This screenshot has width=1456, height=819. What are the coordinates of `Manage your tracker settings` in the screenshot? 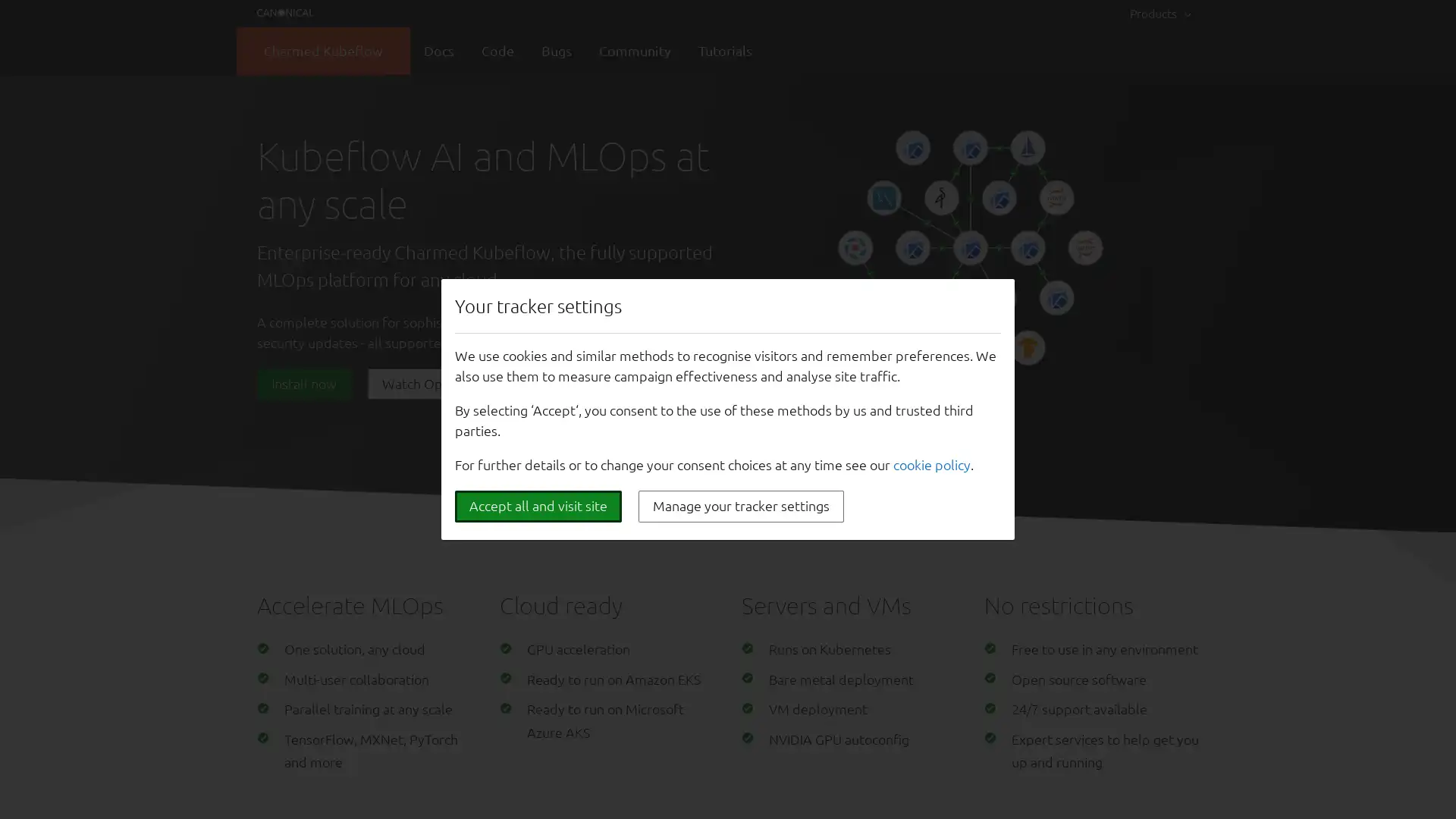 It's located at (741, 506).